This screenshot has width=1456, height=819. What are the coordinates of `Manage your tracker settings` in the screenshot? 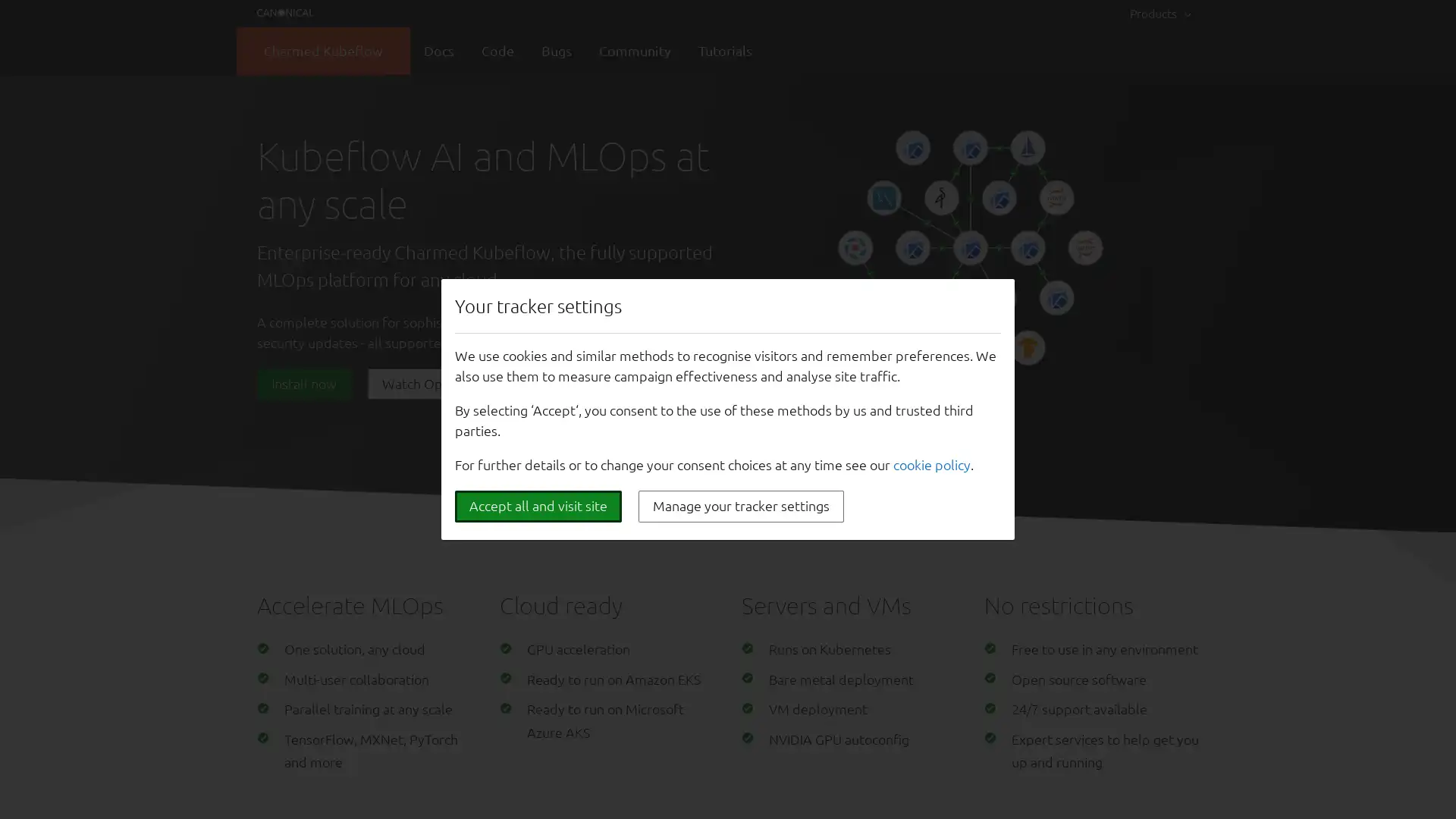 It's located at (741, 506).